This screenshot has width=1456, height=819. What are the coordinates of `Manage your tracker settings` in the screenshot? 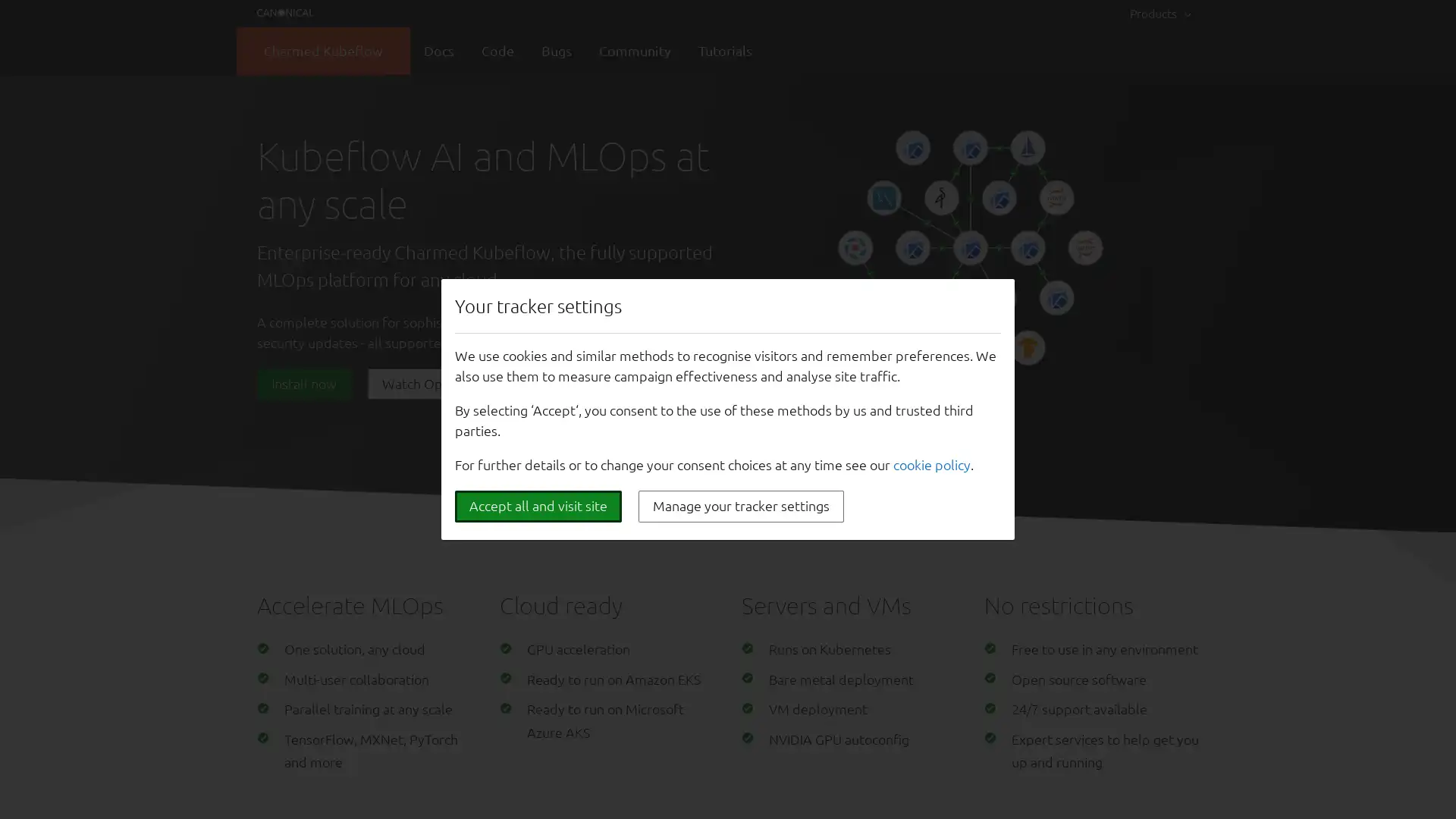 It's located at (741, 506).